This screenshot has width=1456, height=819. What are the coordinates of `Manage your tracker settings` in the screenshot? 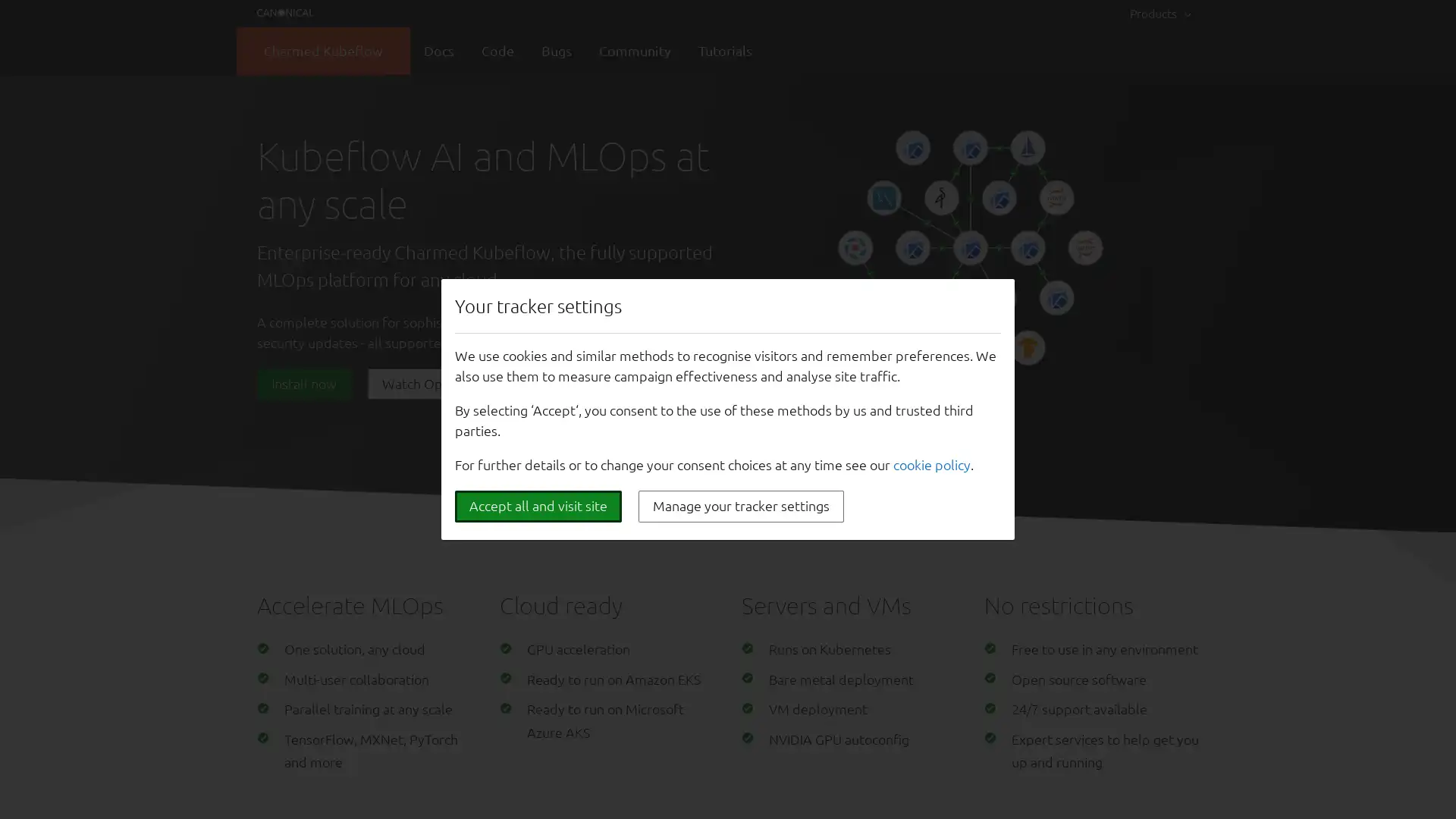 It's located at (741, 506).